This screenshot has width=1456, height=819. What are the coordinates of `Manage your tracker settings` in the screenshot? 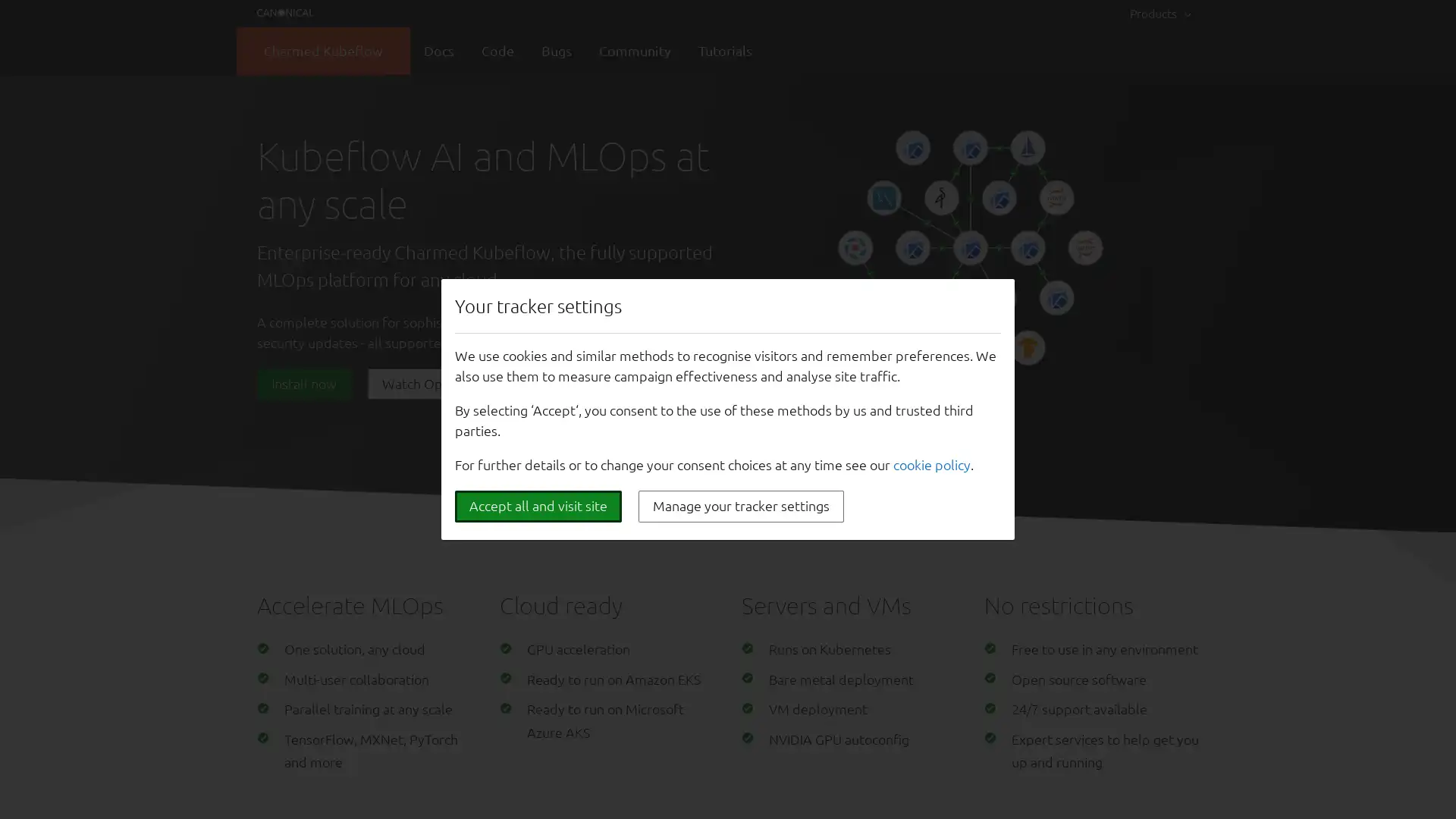 It's located at (741, 506).